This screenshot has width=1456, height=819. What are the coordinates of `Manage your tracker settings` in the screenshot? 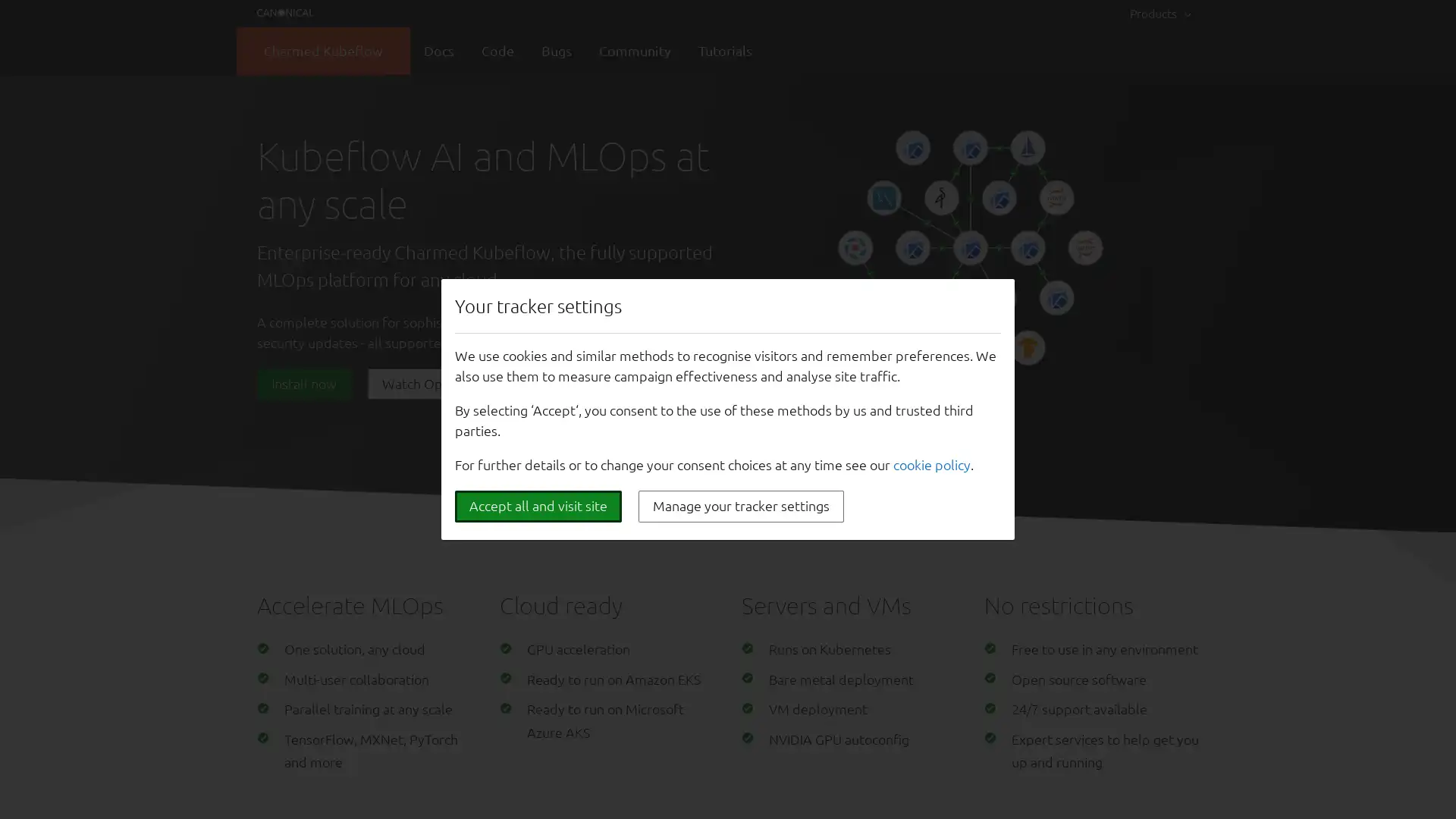 It's located at (741, 506).